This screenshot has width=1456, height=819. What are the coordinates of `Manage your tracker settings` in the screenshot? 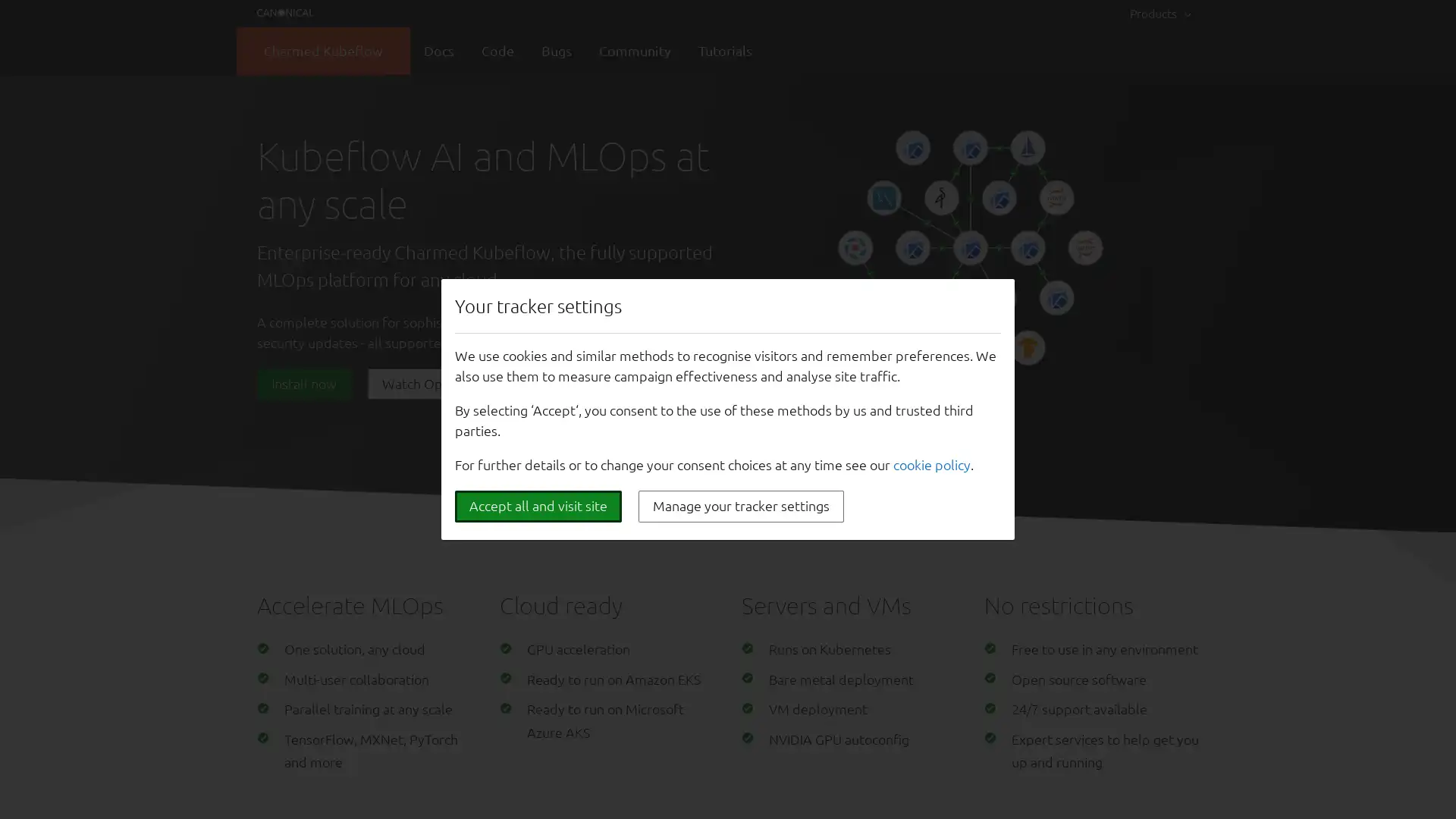 It's located at (741, 506).